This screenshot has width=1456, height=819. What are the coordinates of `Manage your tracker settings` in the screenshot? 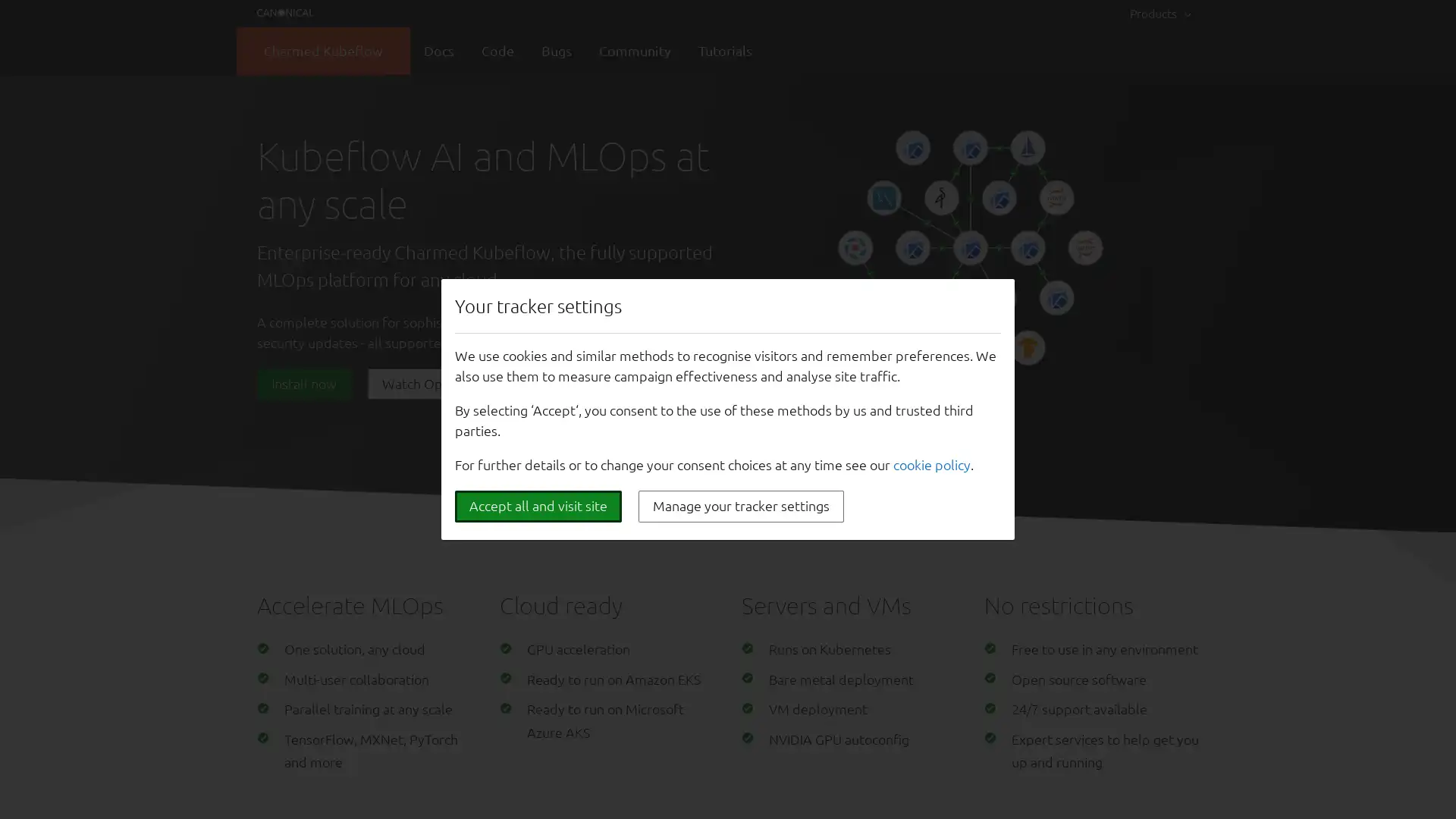 It's located at (741, 506).